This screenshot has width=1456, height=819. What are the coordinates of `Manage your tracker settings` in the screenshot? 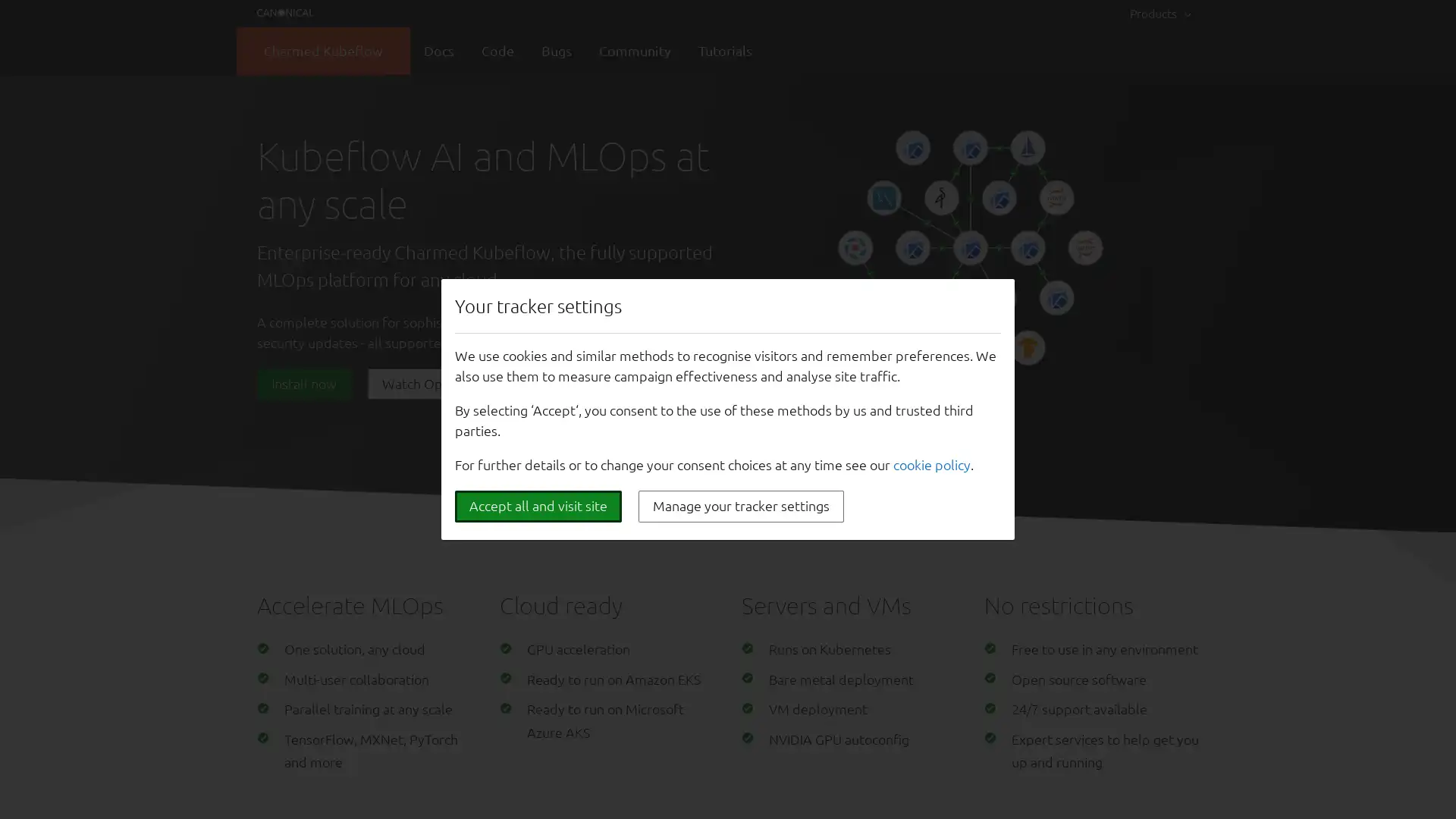 It's located at (741, 506).